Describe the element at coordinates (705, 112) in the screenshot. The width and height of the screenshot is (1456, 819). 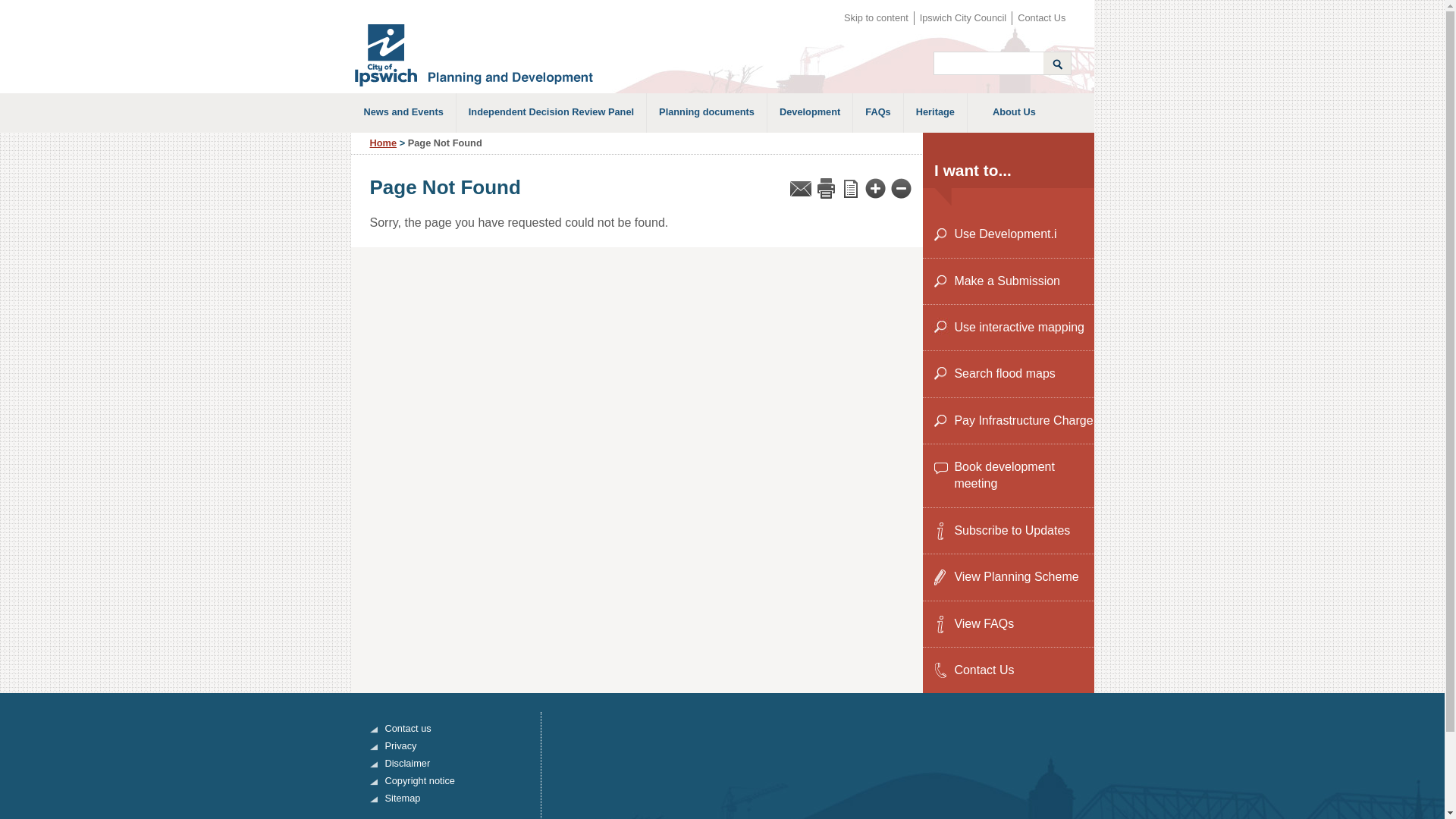
I see `'Planning documents'` at that location.